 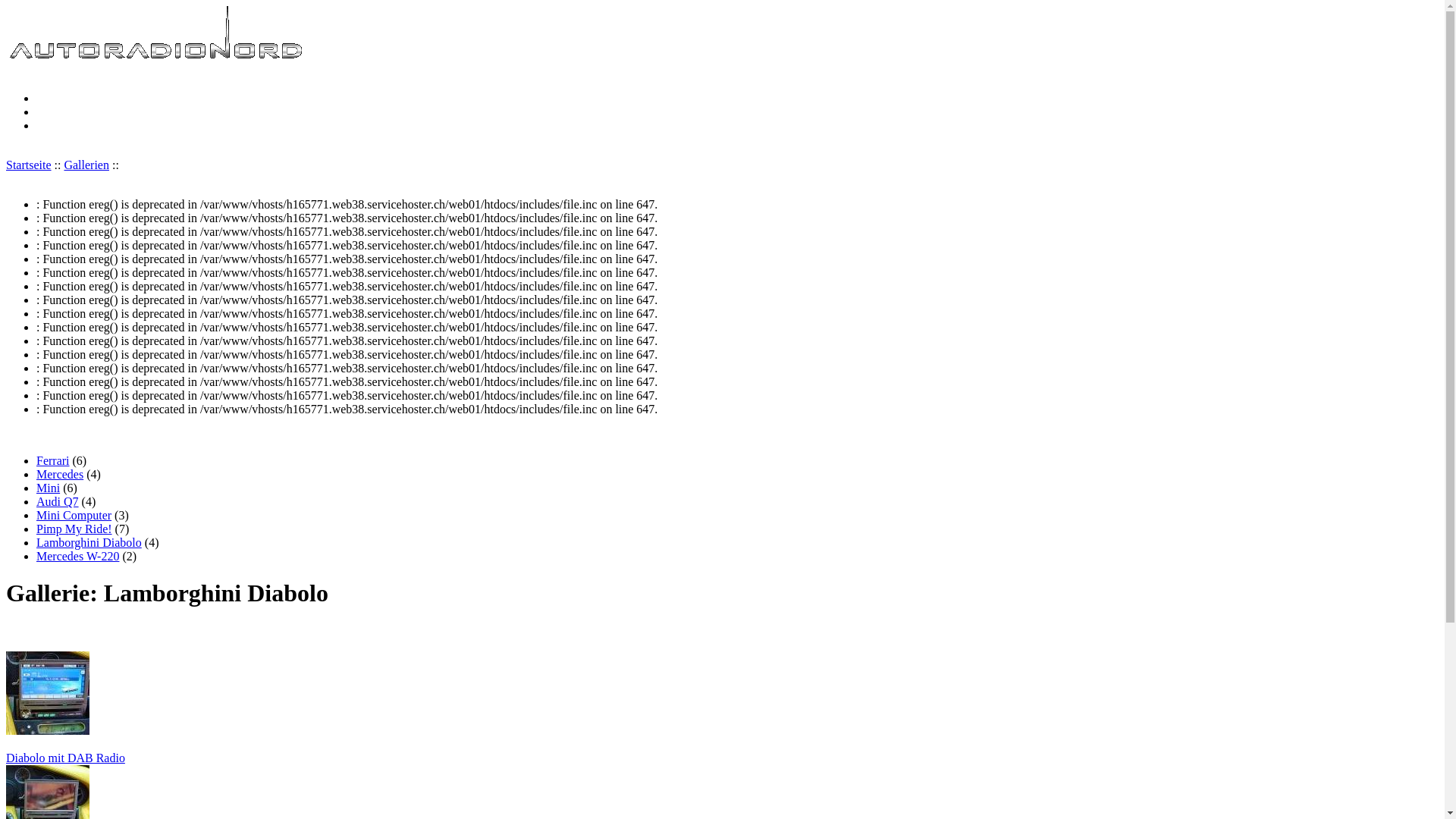 I want to click on 'Ferrari', so click(x=53, y=460).